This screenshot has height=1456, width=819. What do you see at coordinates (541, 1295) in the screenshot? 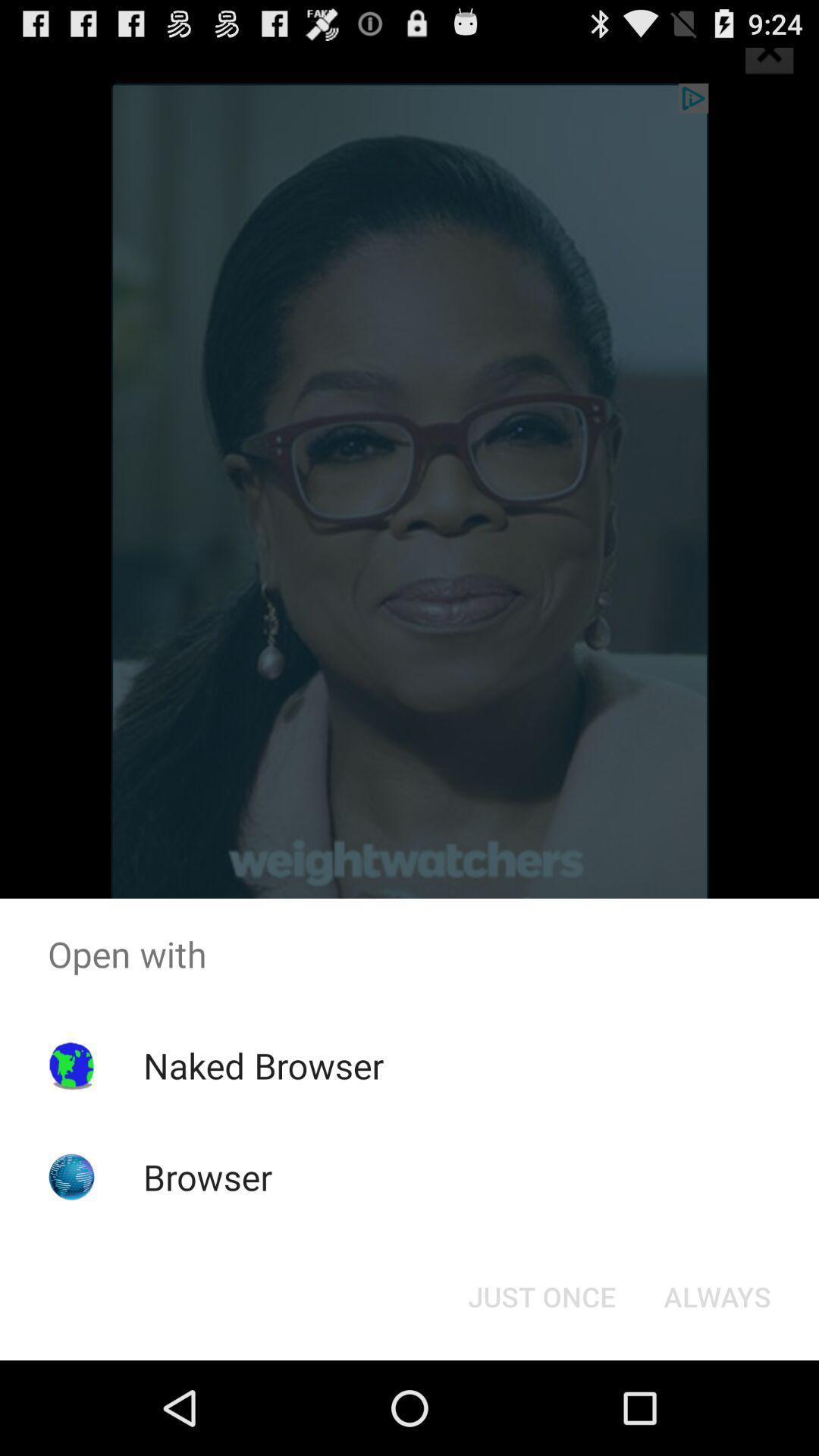
I see `item at the bottom` at bounding box center [541, 1295].